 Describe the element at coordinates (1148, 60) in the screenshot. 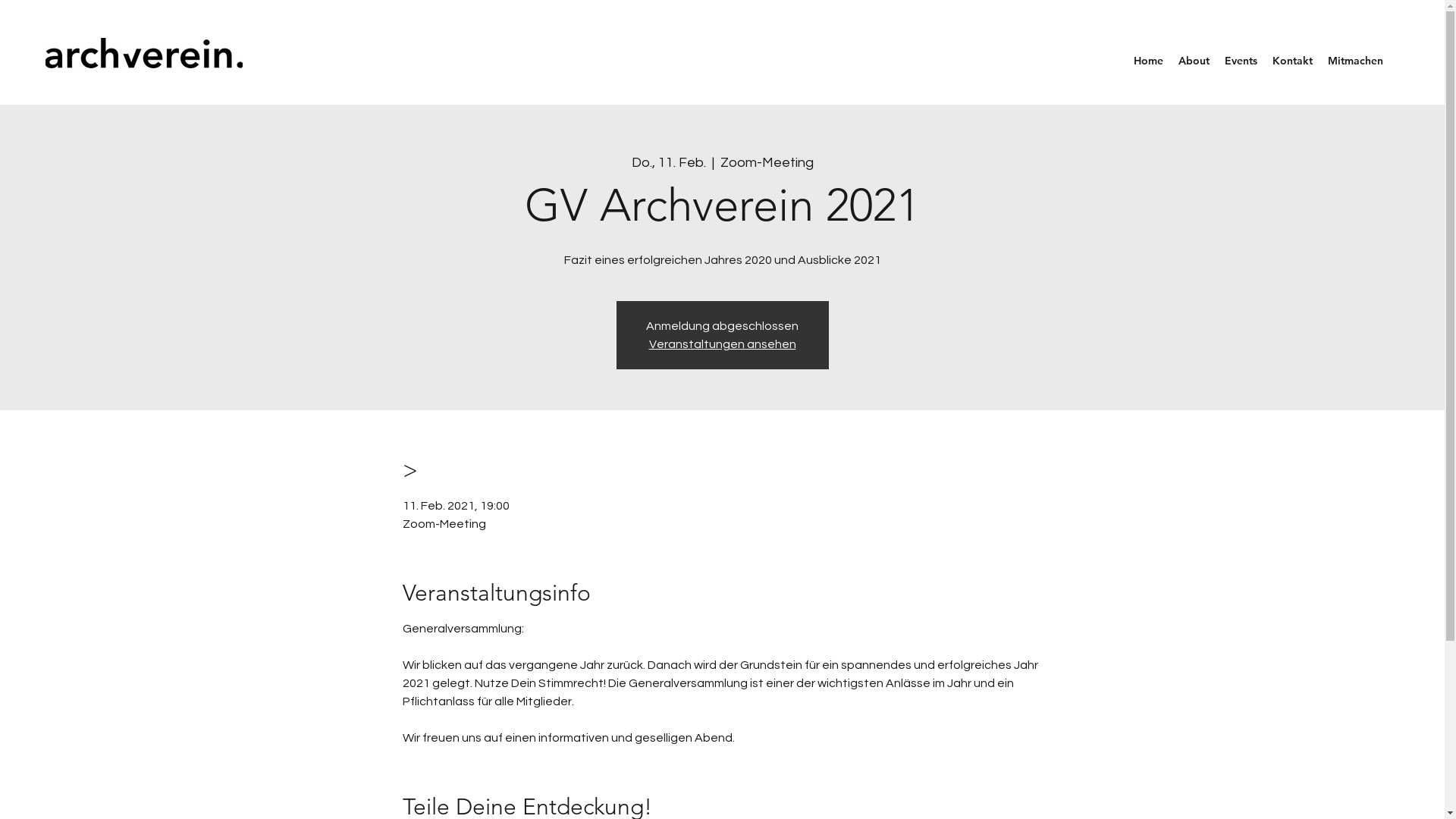

I see `'Home'` at that location.